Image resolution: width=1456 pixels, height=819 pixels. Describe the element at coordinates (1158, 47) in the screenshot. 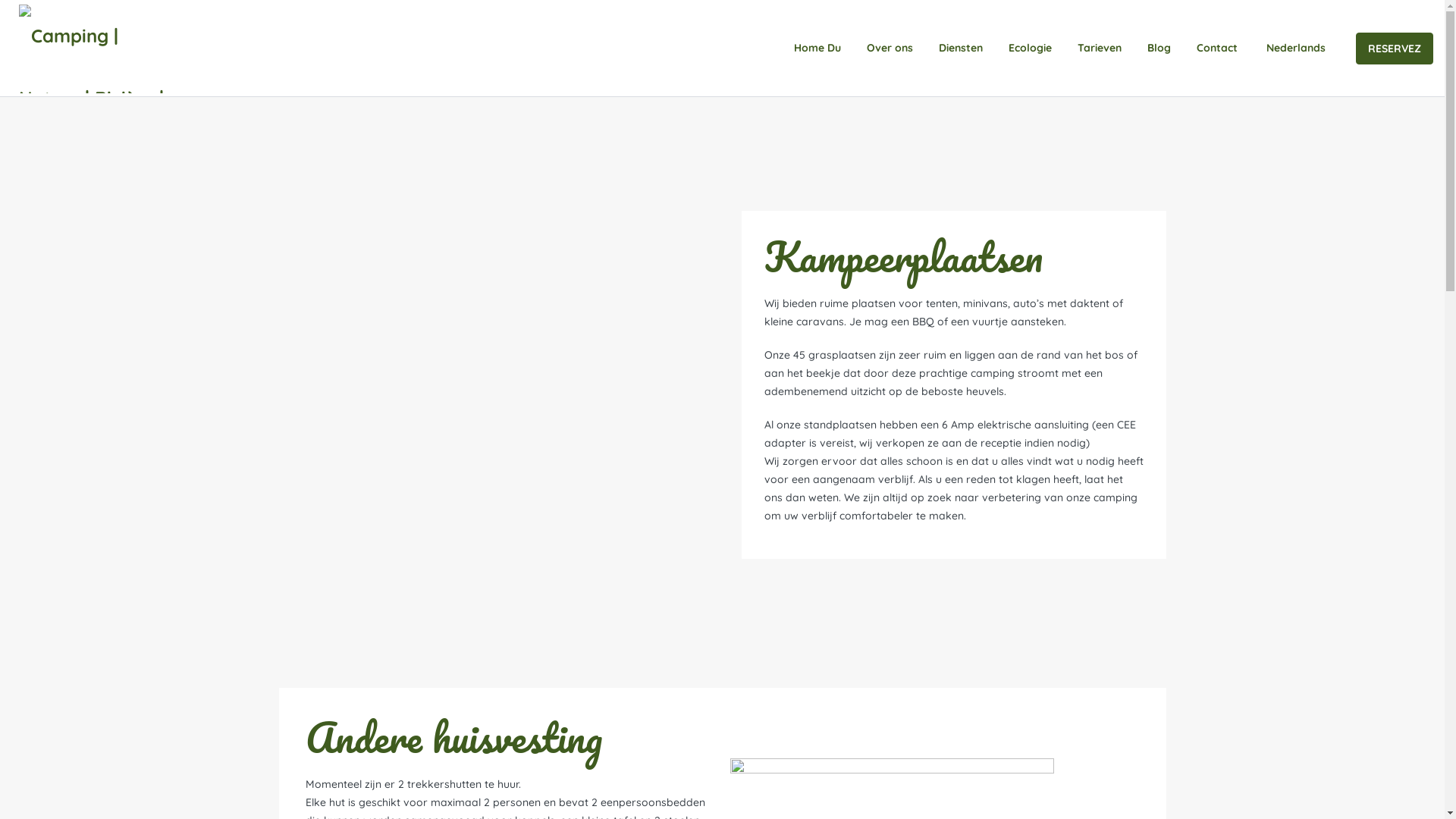

I see `'Blog'` at that location.